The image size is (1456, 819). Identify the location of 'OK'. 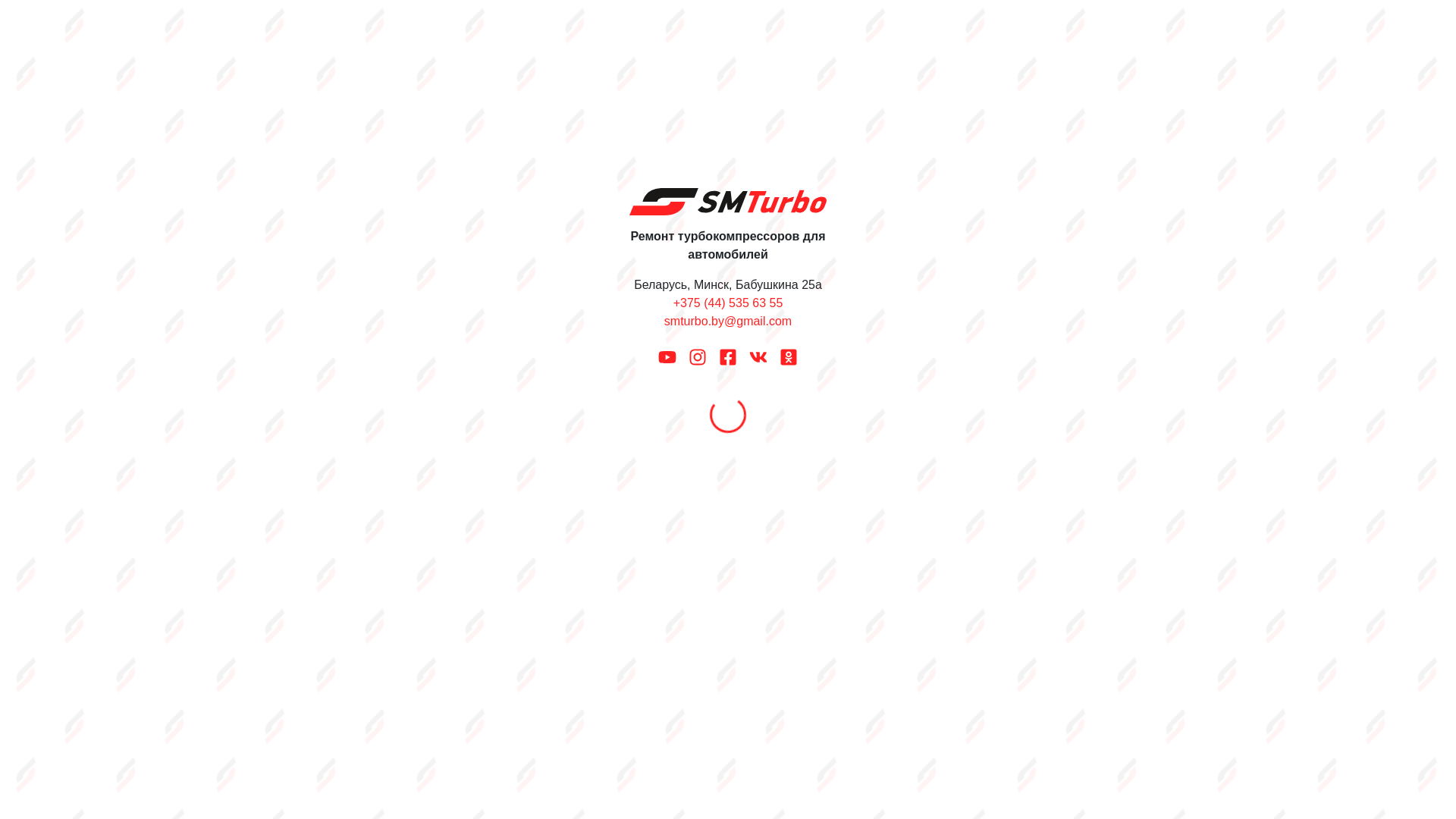
(789, 356).